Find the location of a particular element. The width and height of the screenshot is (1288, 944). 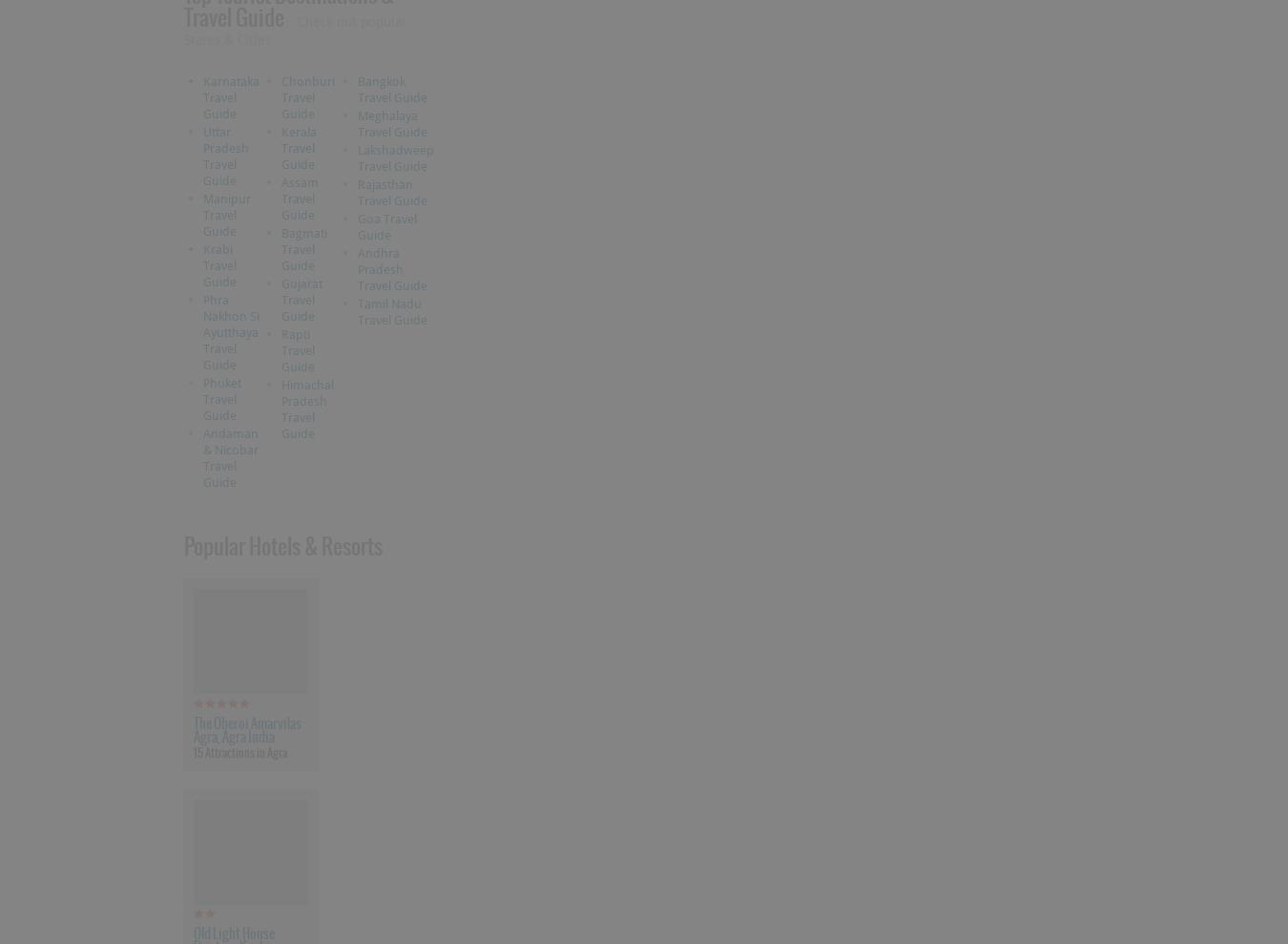

'Rajasthan Travel Guide' is located at coordinates (392, 191).